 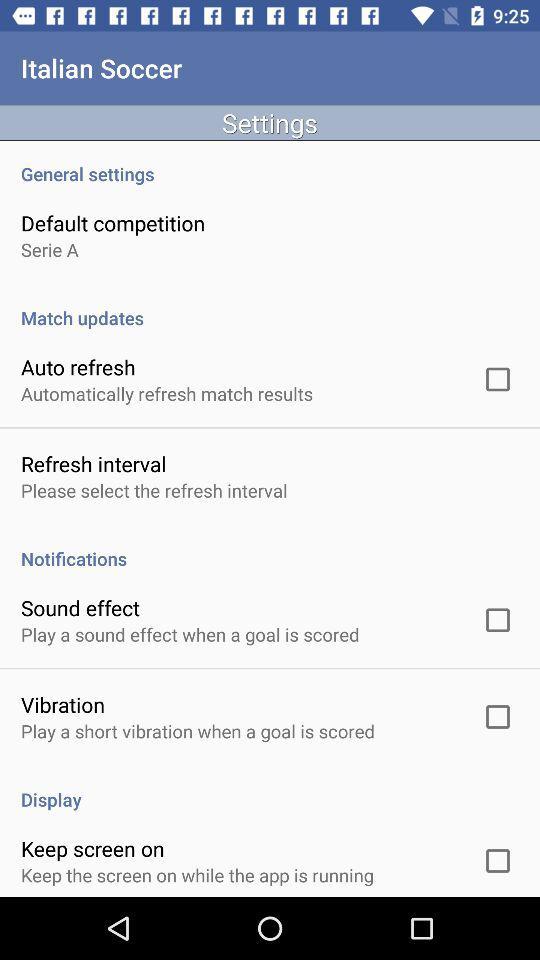 I want to click on item above the keep screen on icon, so click(x=270, y=789).